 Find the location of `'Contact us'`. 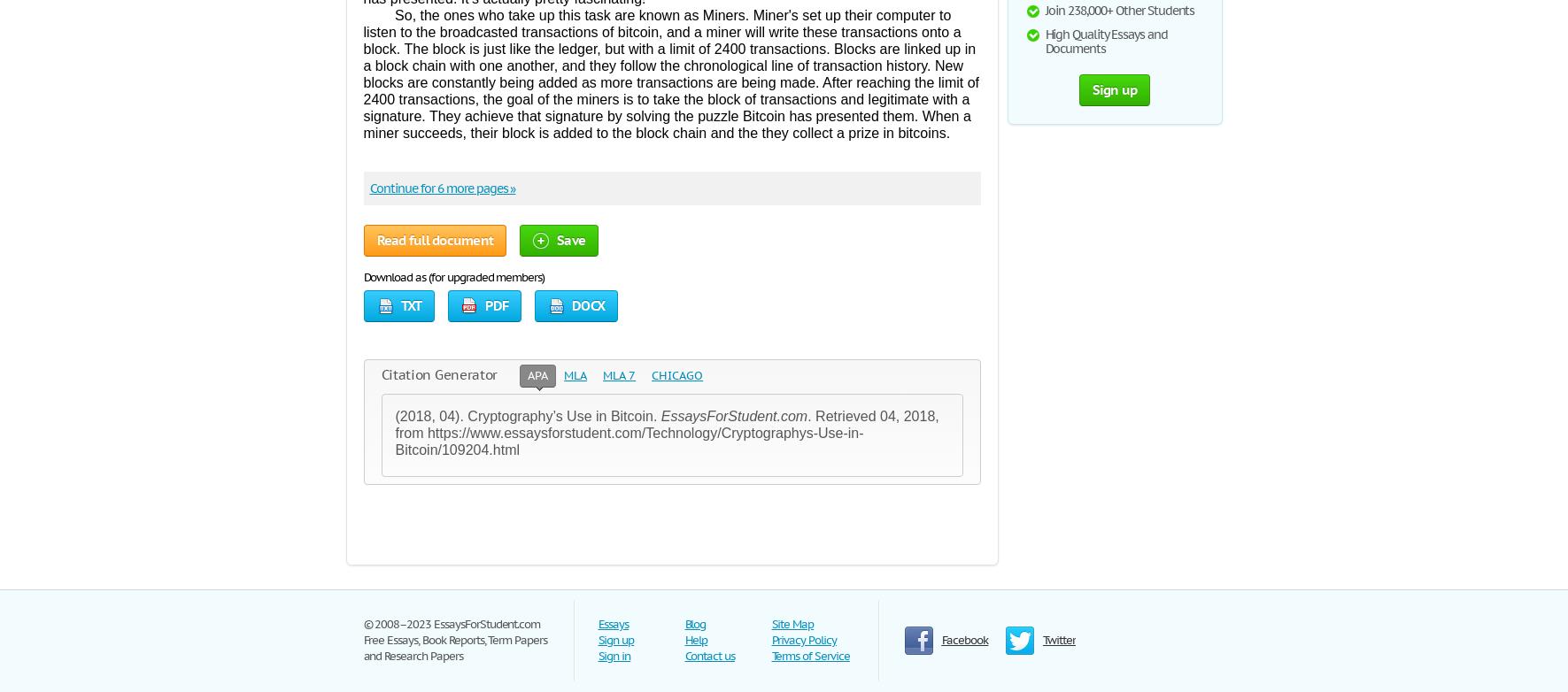

'Contact us' is located at coordinates (684, 655).